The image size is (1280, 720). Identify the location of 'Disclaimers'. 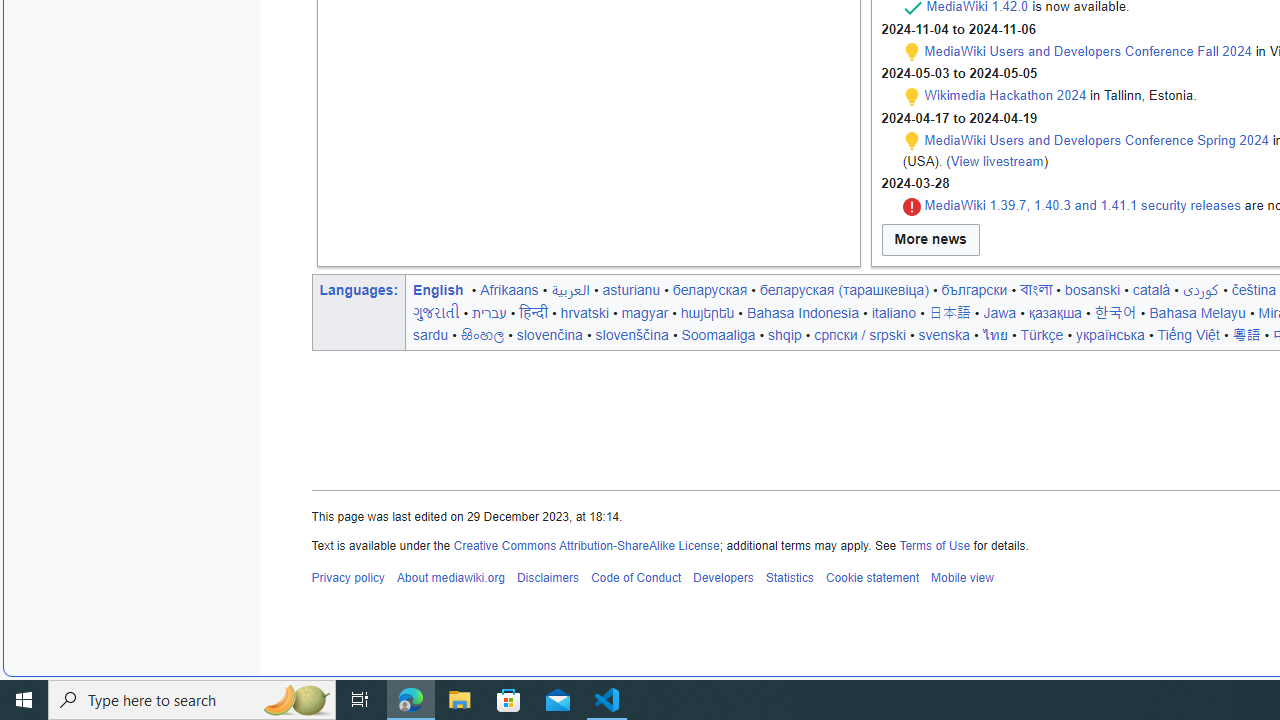
(547, 578).